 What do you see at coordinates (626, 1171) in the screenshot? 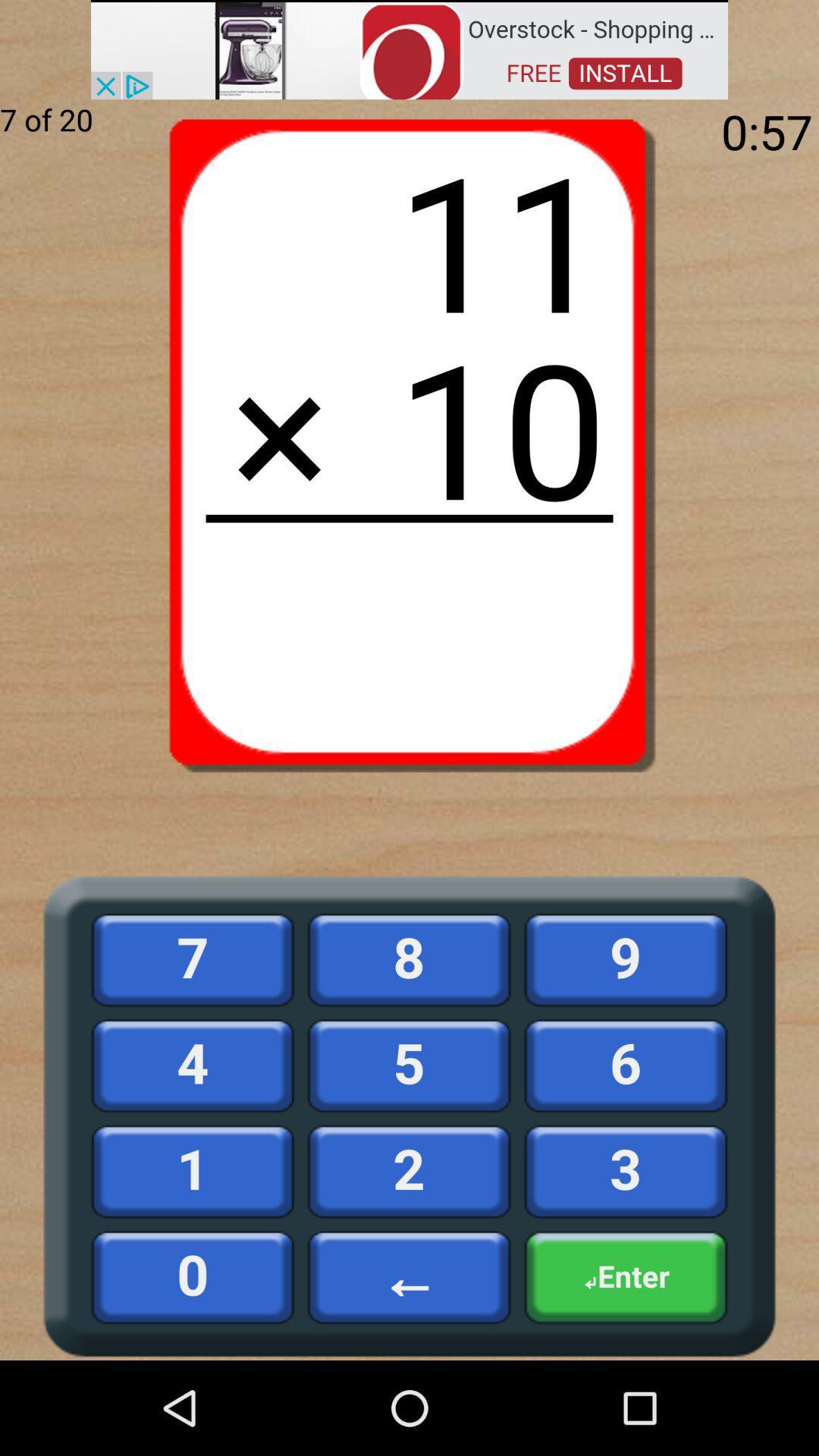
I see `the 3 button` at bounding box center [626, 1171].